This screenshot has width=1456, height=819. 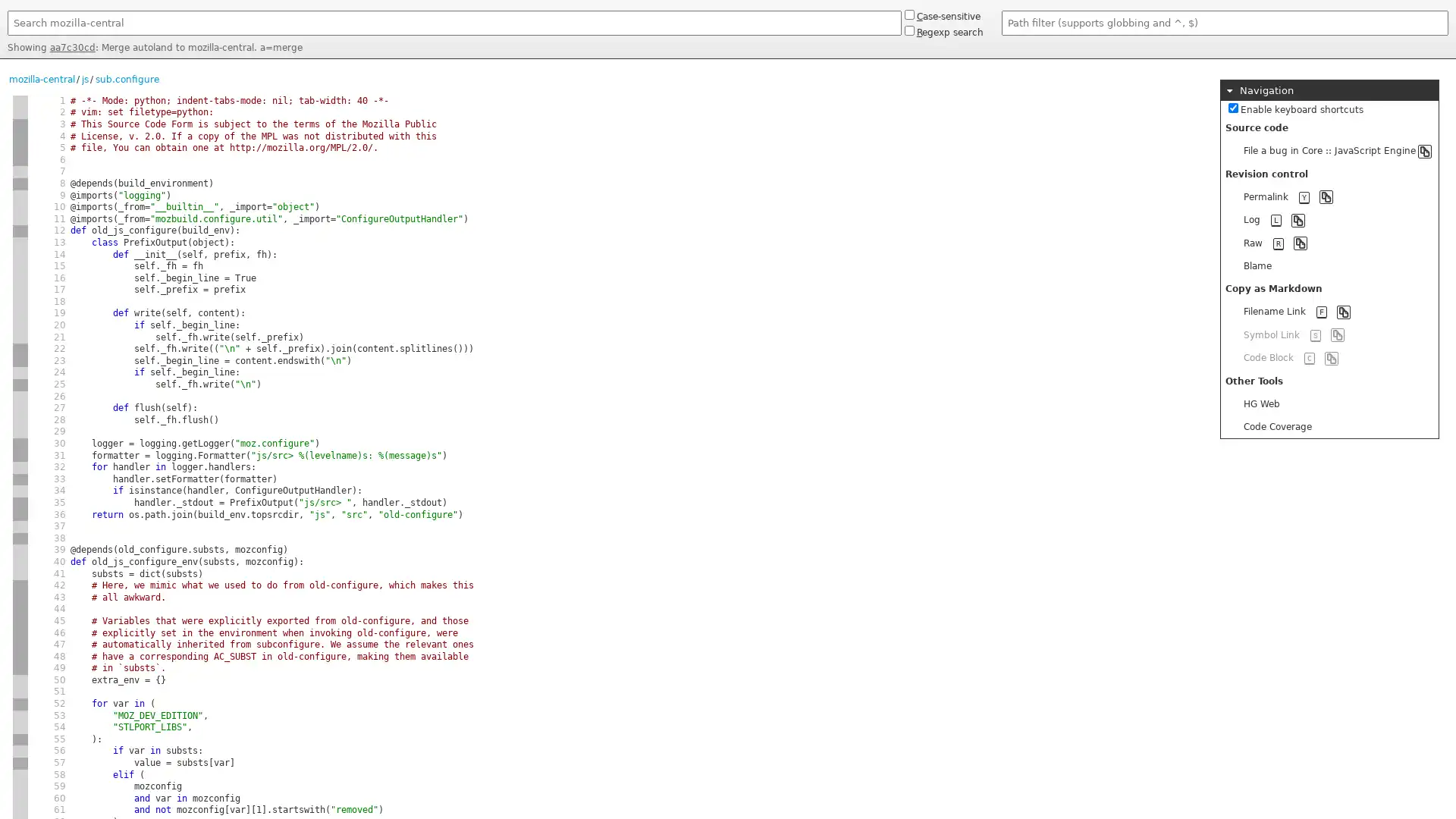 I want to click on Search, so click(x=7, y=38).